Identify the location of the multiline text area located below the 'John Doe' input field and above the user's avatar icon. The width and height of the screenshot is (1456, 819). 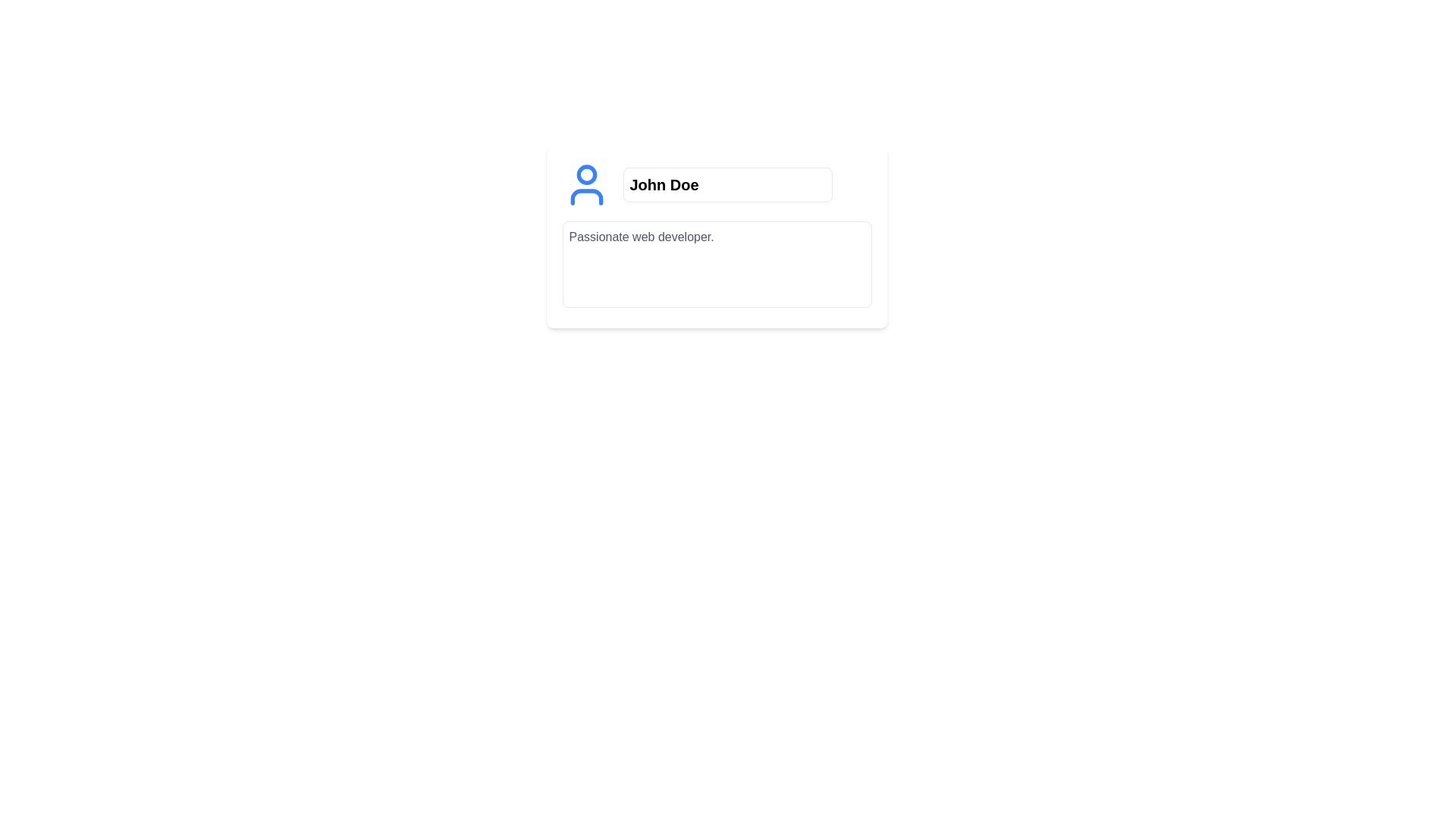
(716, 263).